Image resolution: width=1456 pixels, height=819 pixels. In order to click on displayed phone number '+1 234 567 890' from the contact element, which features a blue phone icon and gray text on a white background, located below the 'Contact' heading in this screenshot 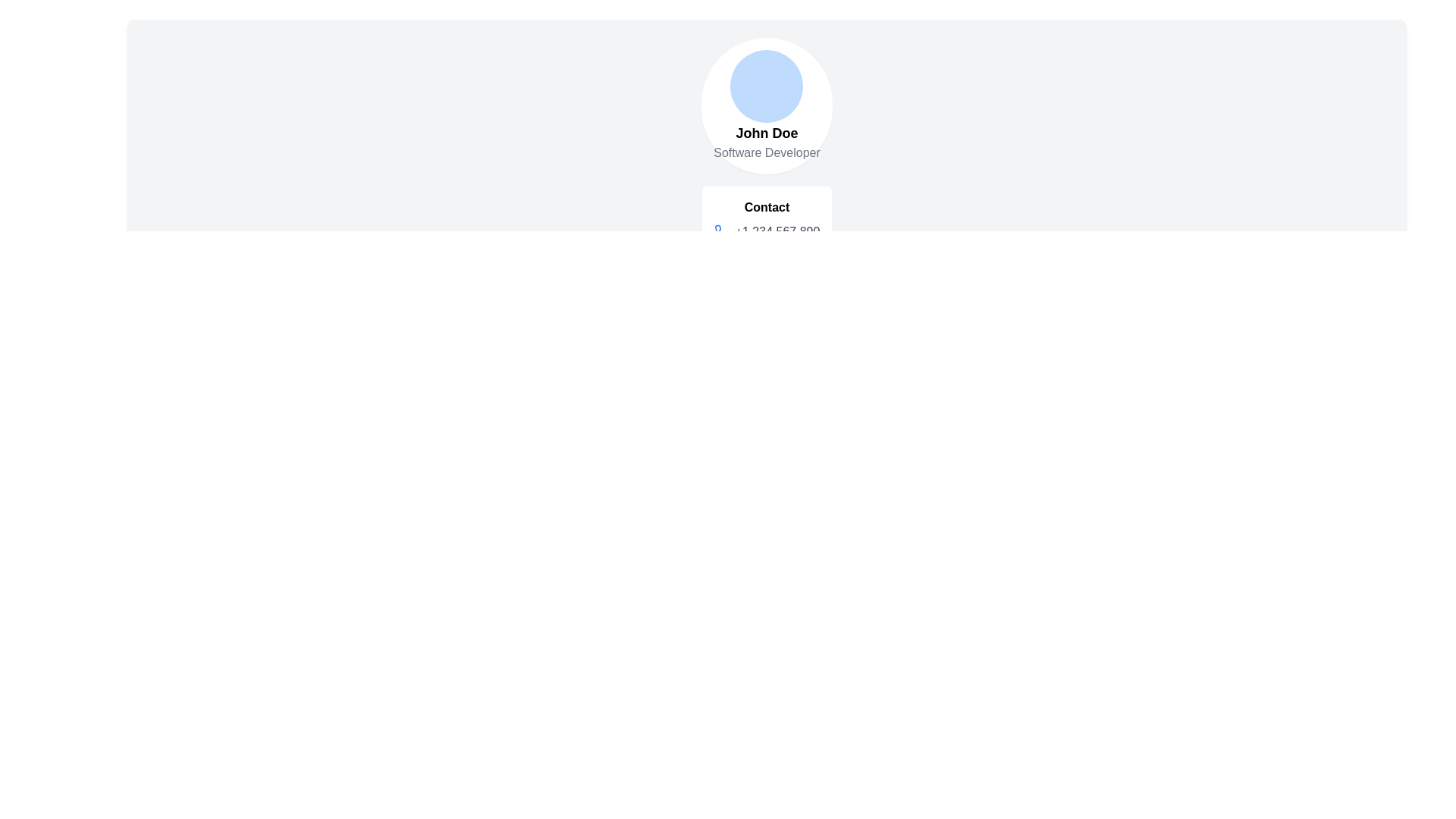, I will do `click(767, 231)`.